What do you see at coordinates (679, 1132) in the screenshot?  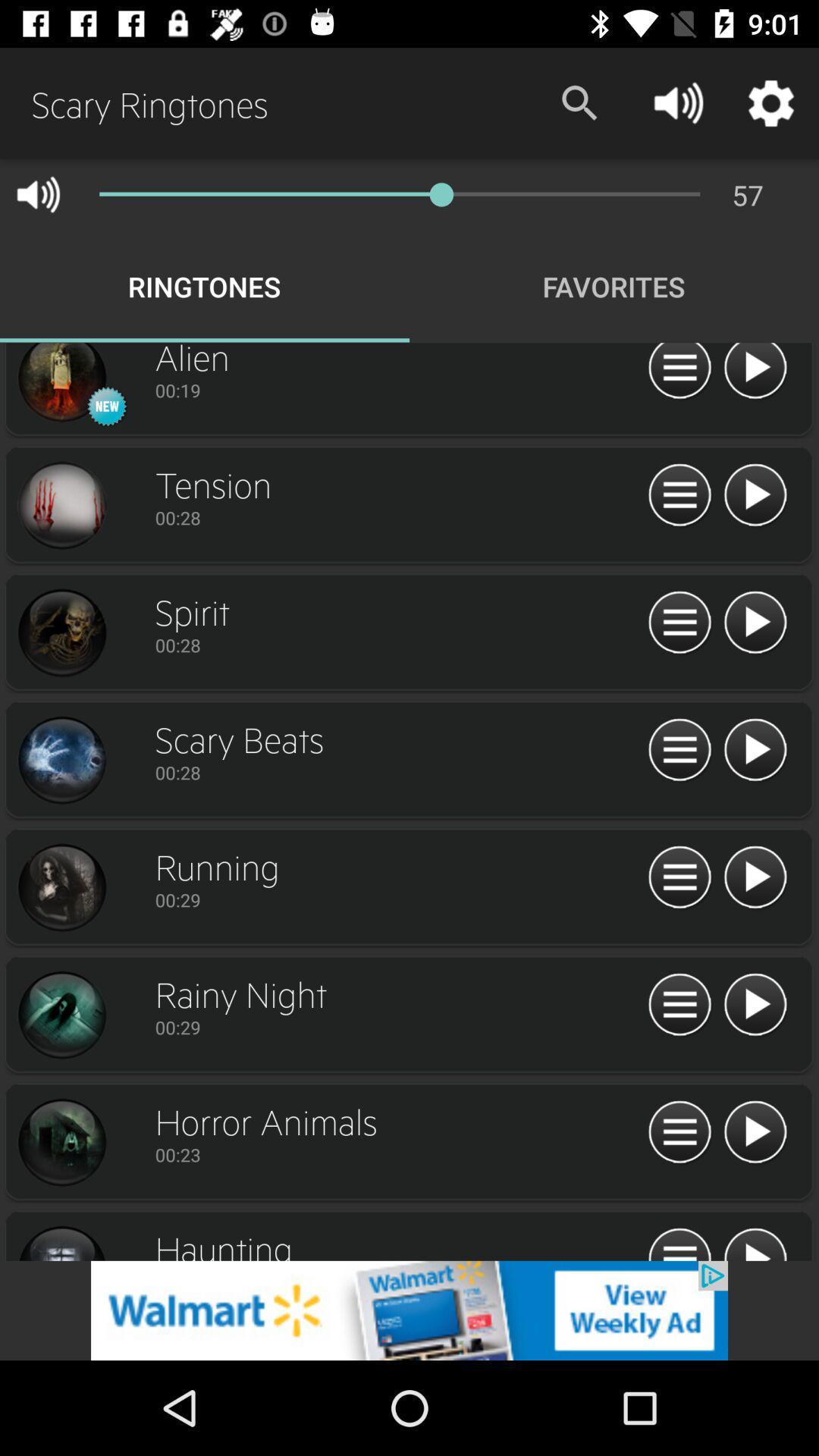 I see `open ringtone` at bounding box center [679, 1132].